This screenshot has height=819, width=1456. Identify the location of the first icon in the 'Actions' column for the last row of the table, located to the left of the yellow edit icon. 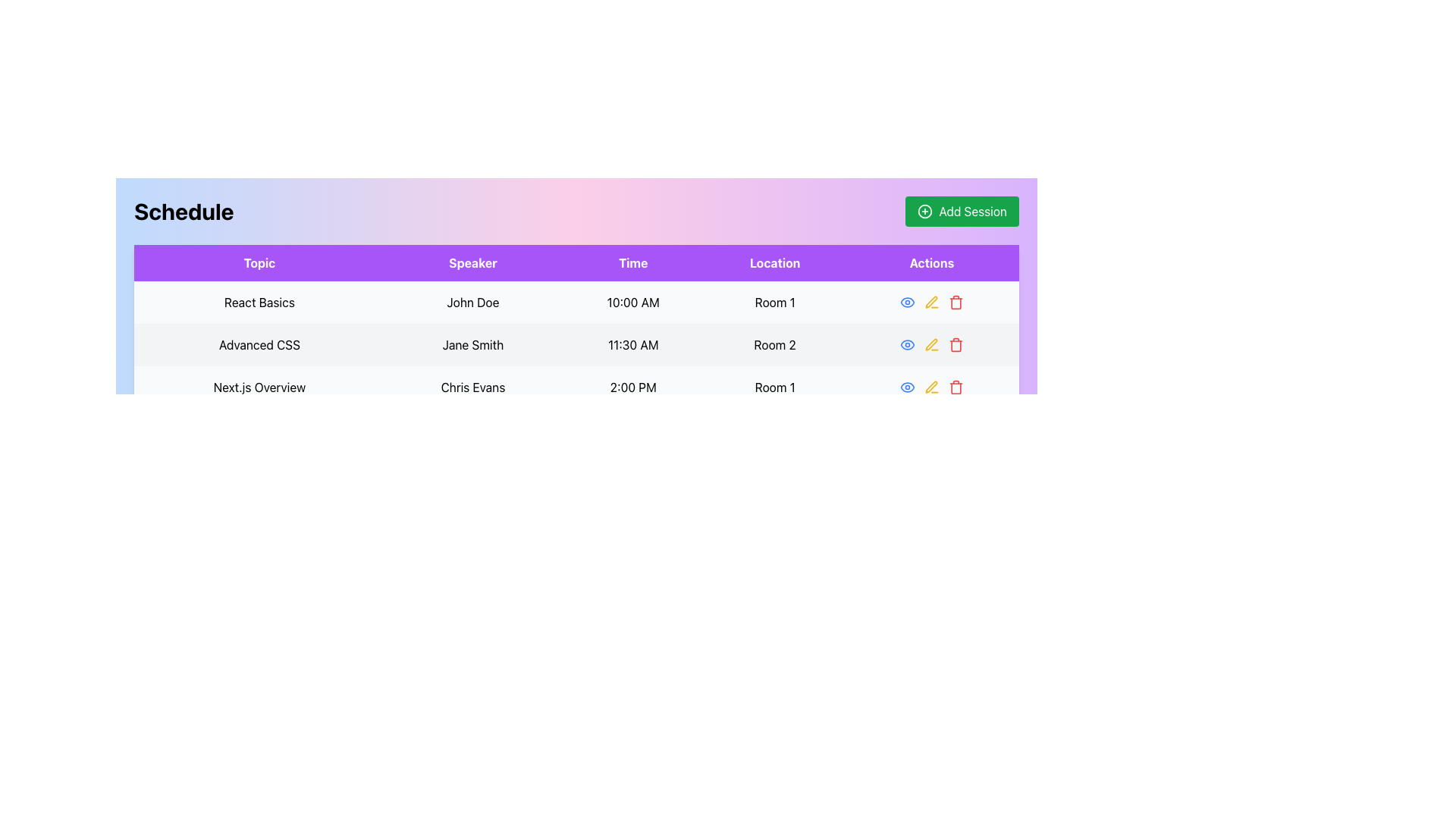
(907, 386).